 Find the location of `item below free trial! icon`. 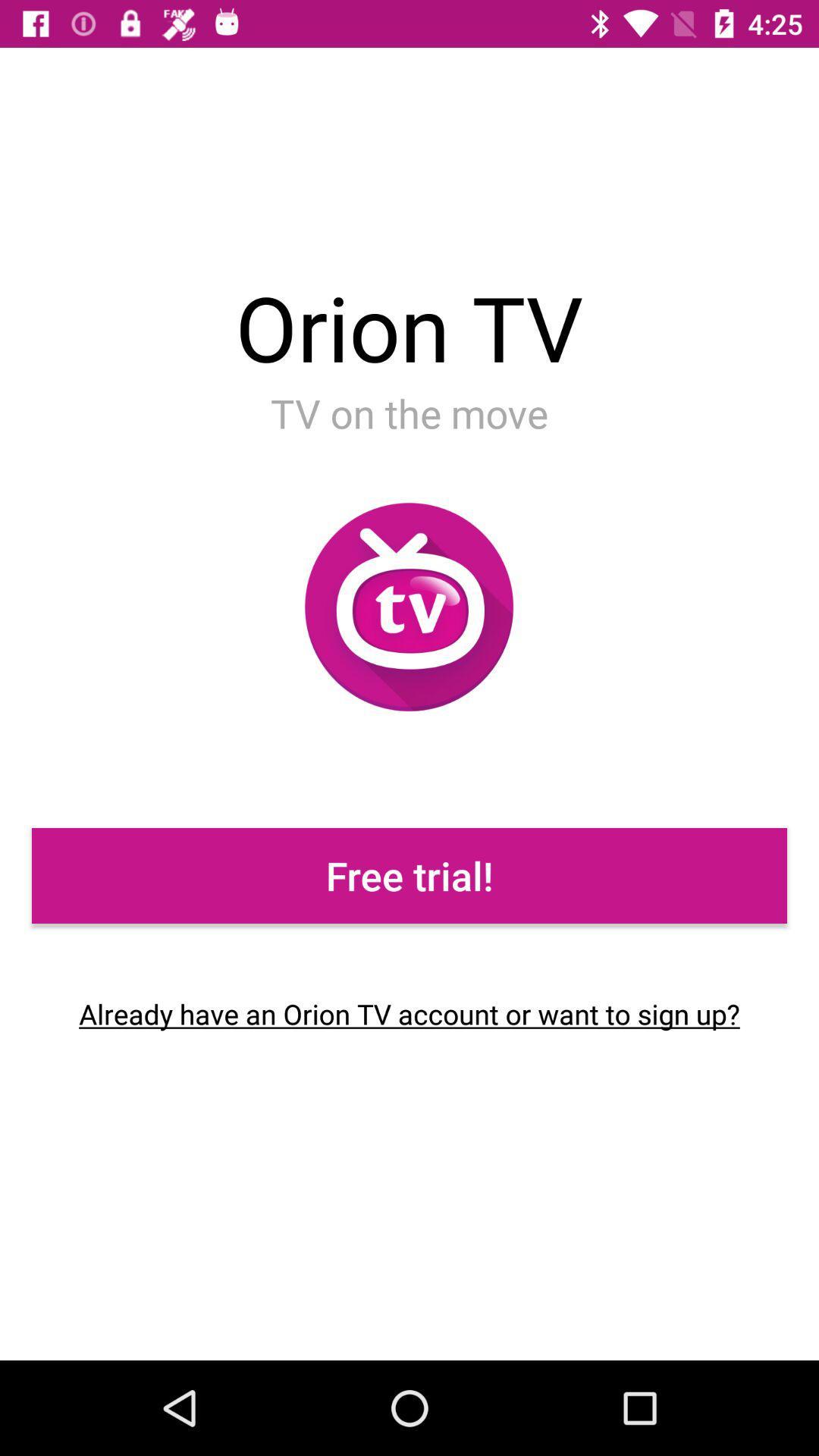

item below free trial! icon is located at coordinates (409, 1014).